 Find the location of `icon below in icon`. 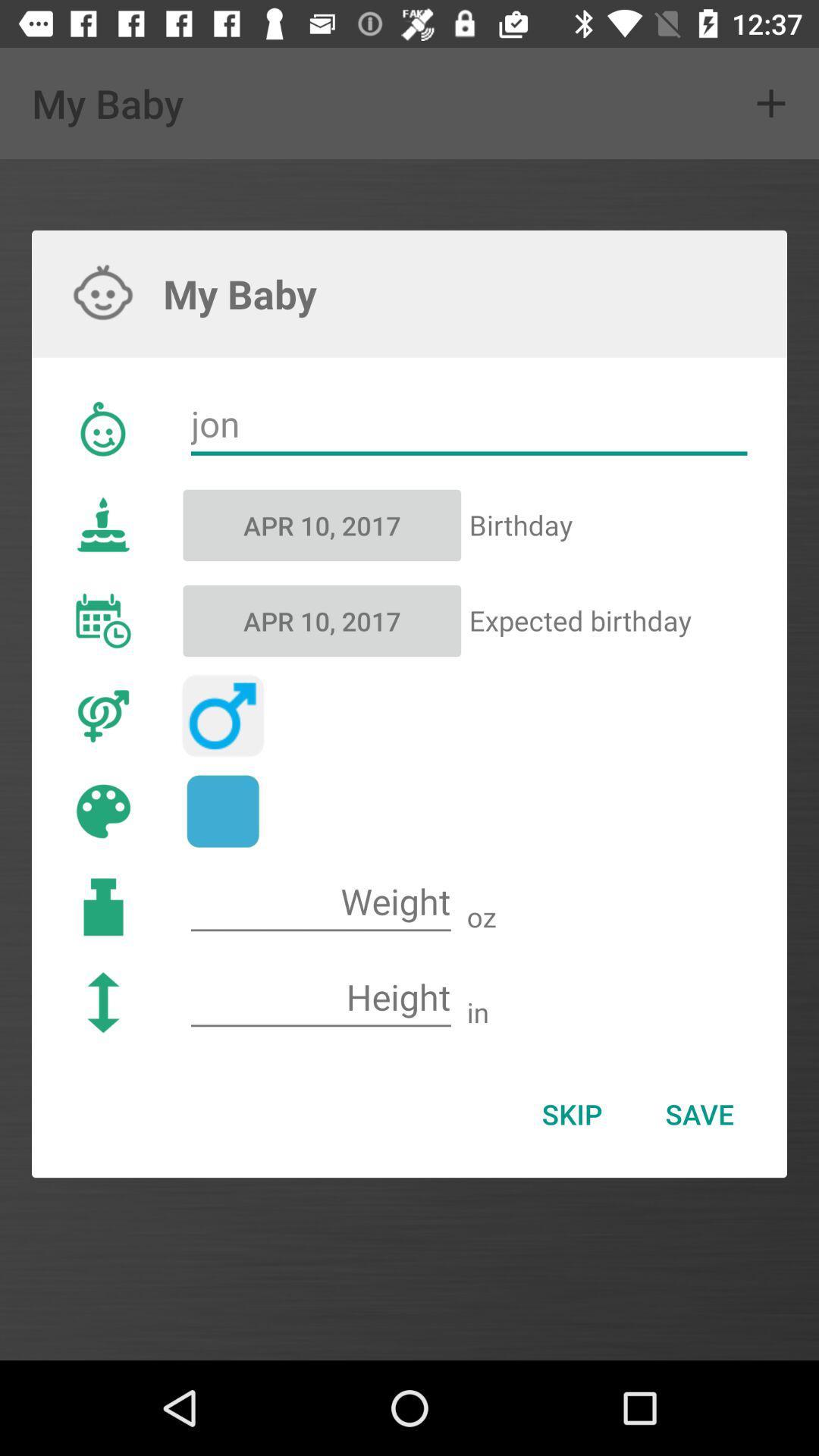

icon below in icon is located at coordinates (572, 1114).